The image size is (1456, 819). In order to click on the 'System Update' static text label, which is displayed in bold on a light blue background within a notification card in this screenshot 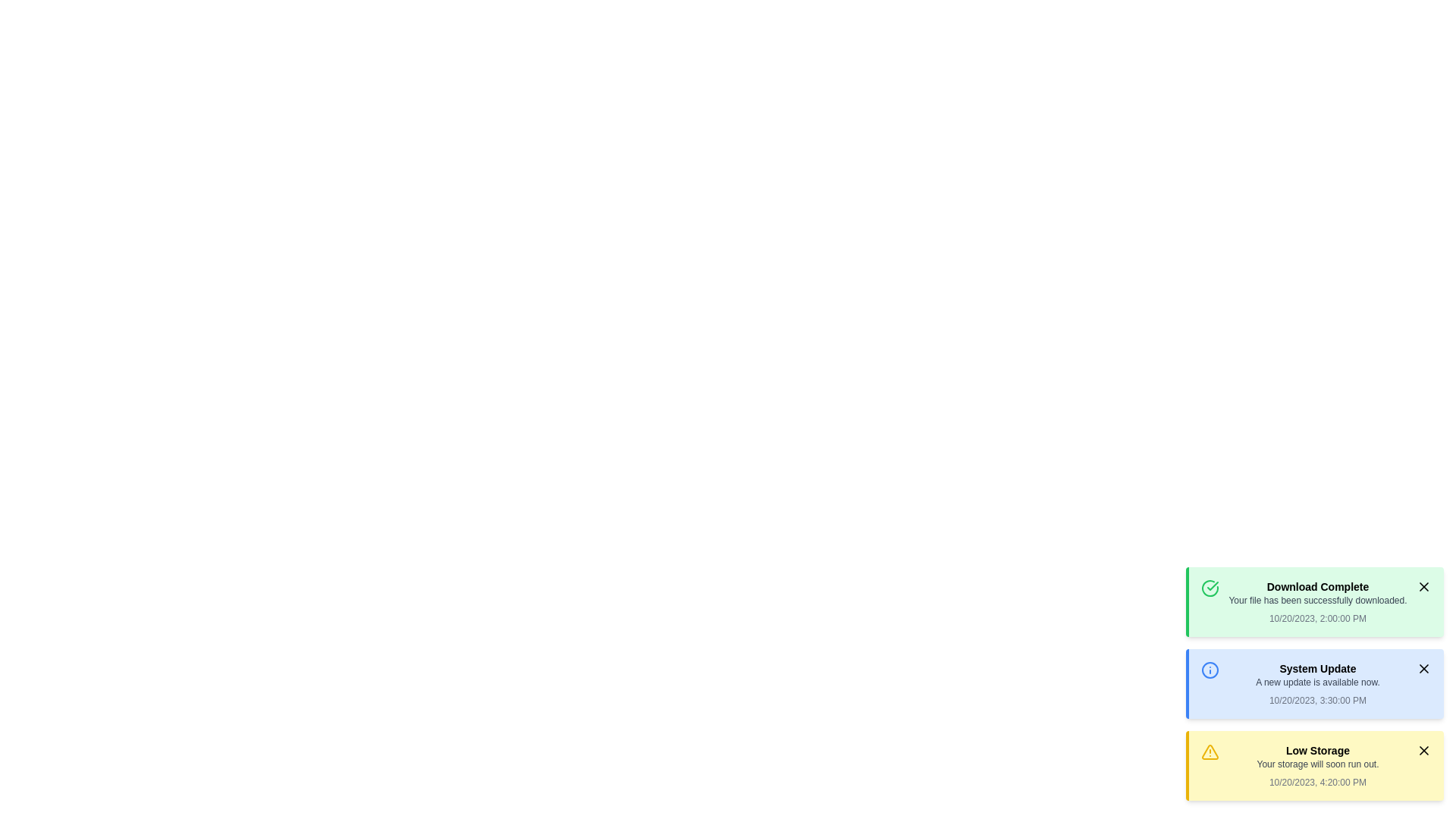, I will do `click(1316, 668)`.